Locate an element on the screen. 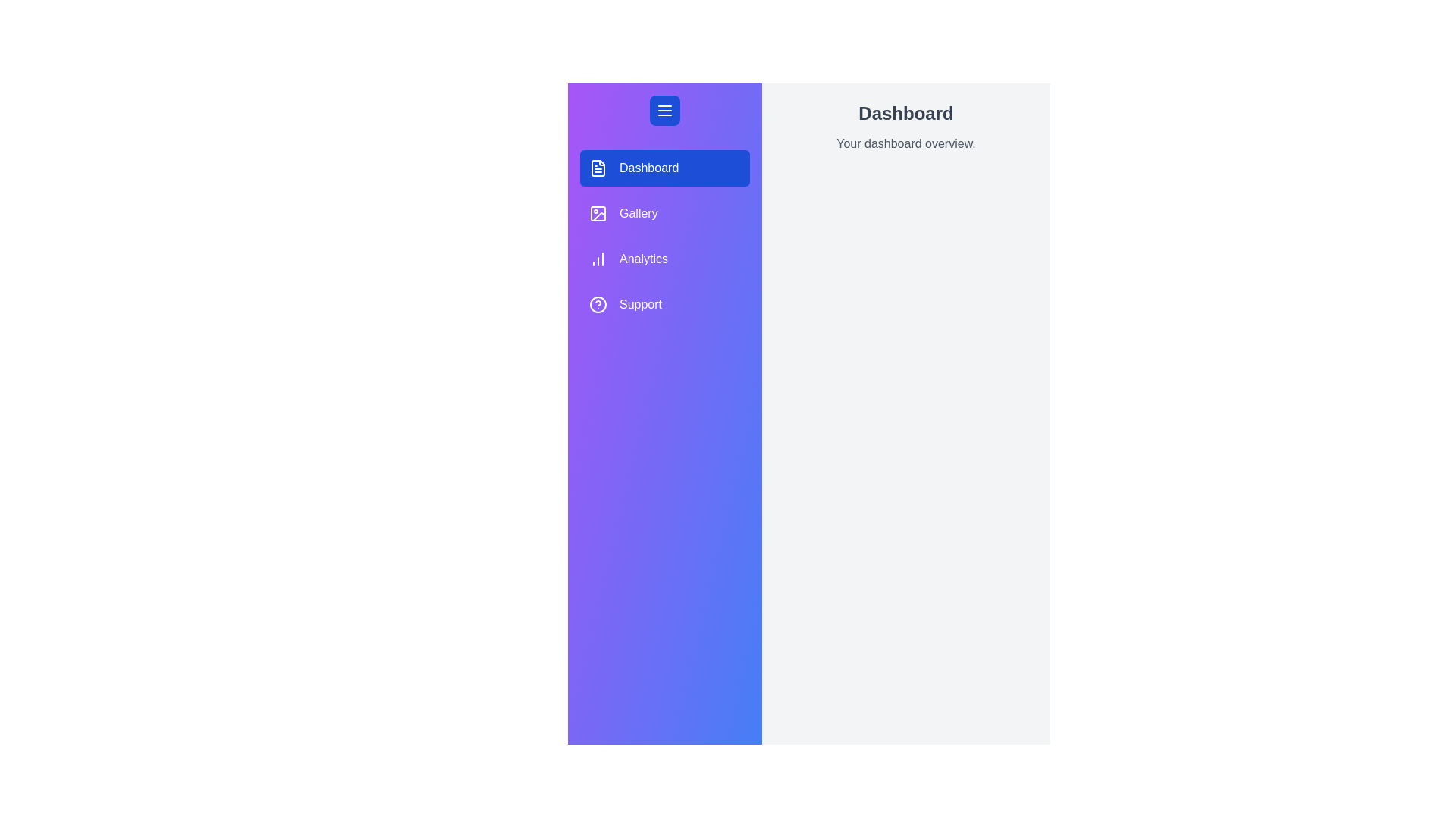 The image size is (1456, 819). the toggle button to change the drawer's state is located at coordinates (665, 110).